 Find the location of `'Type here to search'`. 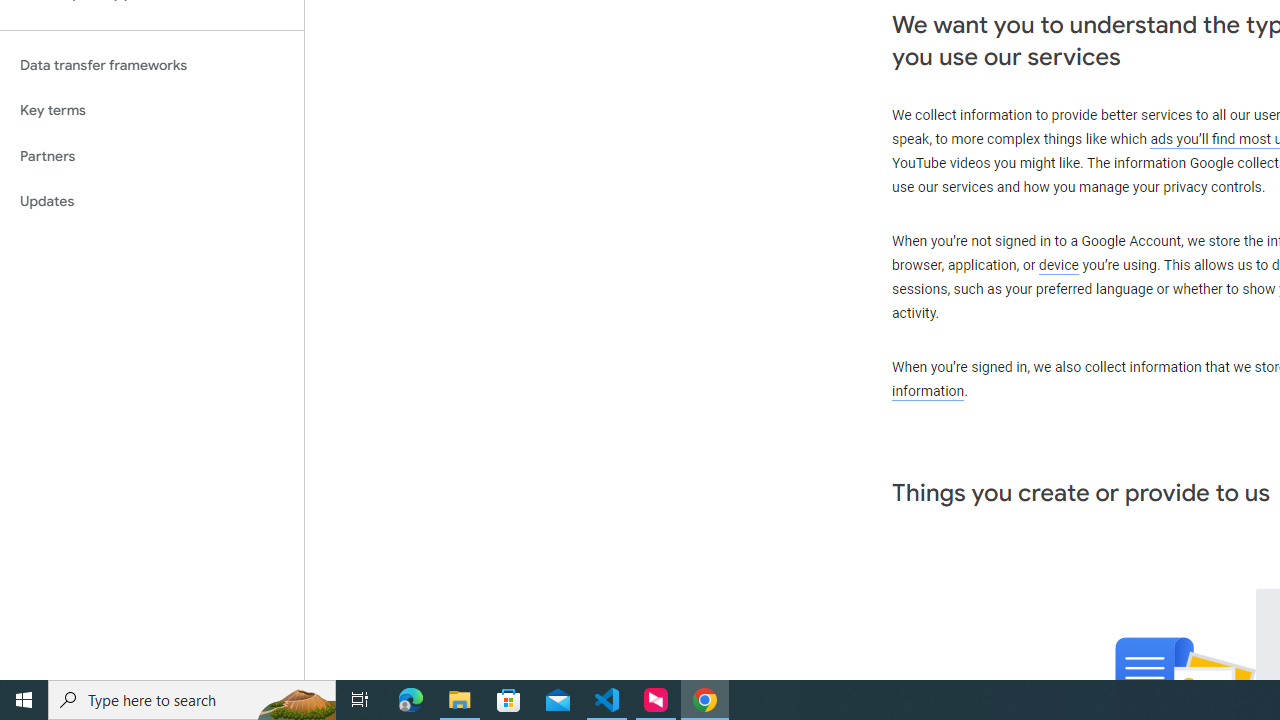

'Type here to search' is located at coordinates (192, 698).